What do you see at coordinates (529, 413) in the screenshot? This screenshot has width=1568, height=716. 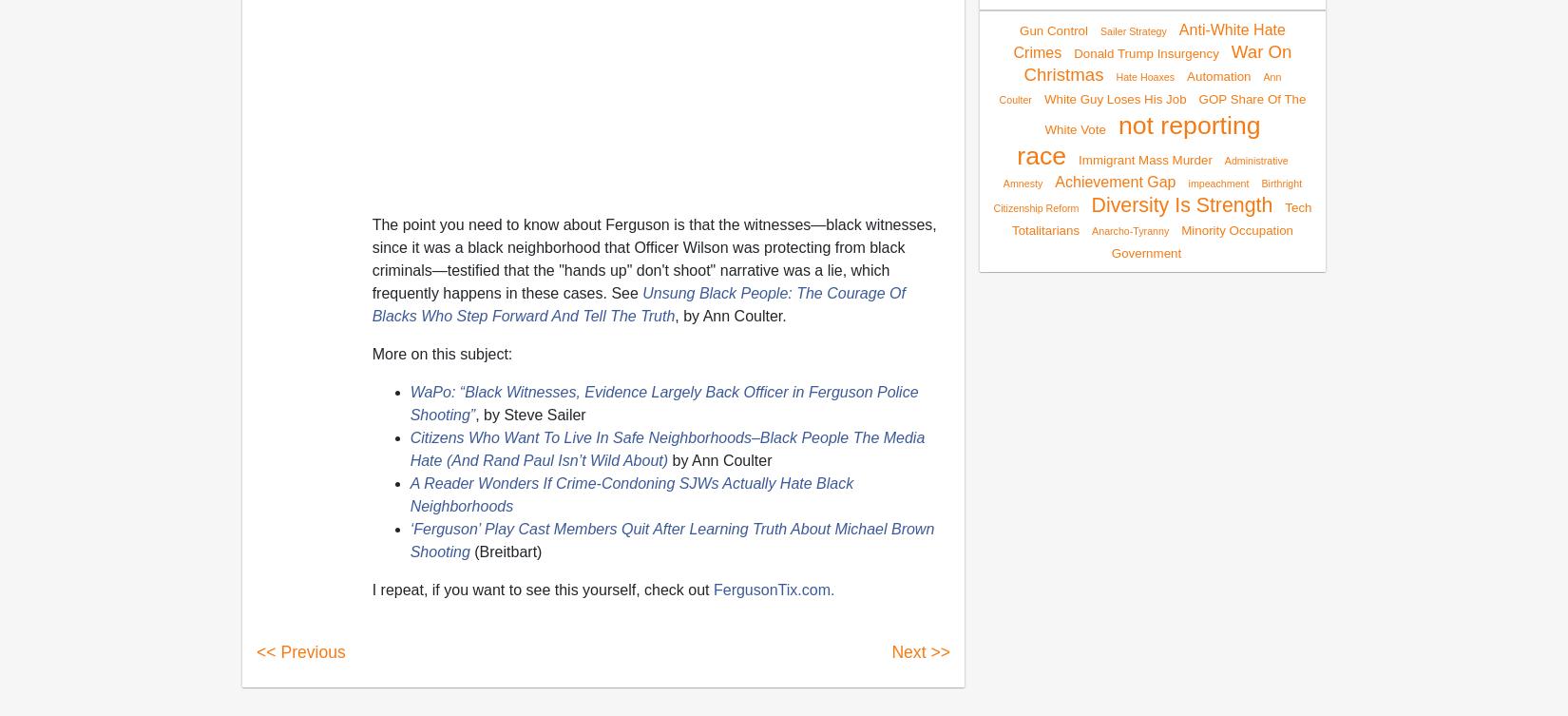 I see `', by Steve Sailer'` at bounding box center [529, 413].